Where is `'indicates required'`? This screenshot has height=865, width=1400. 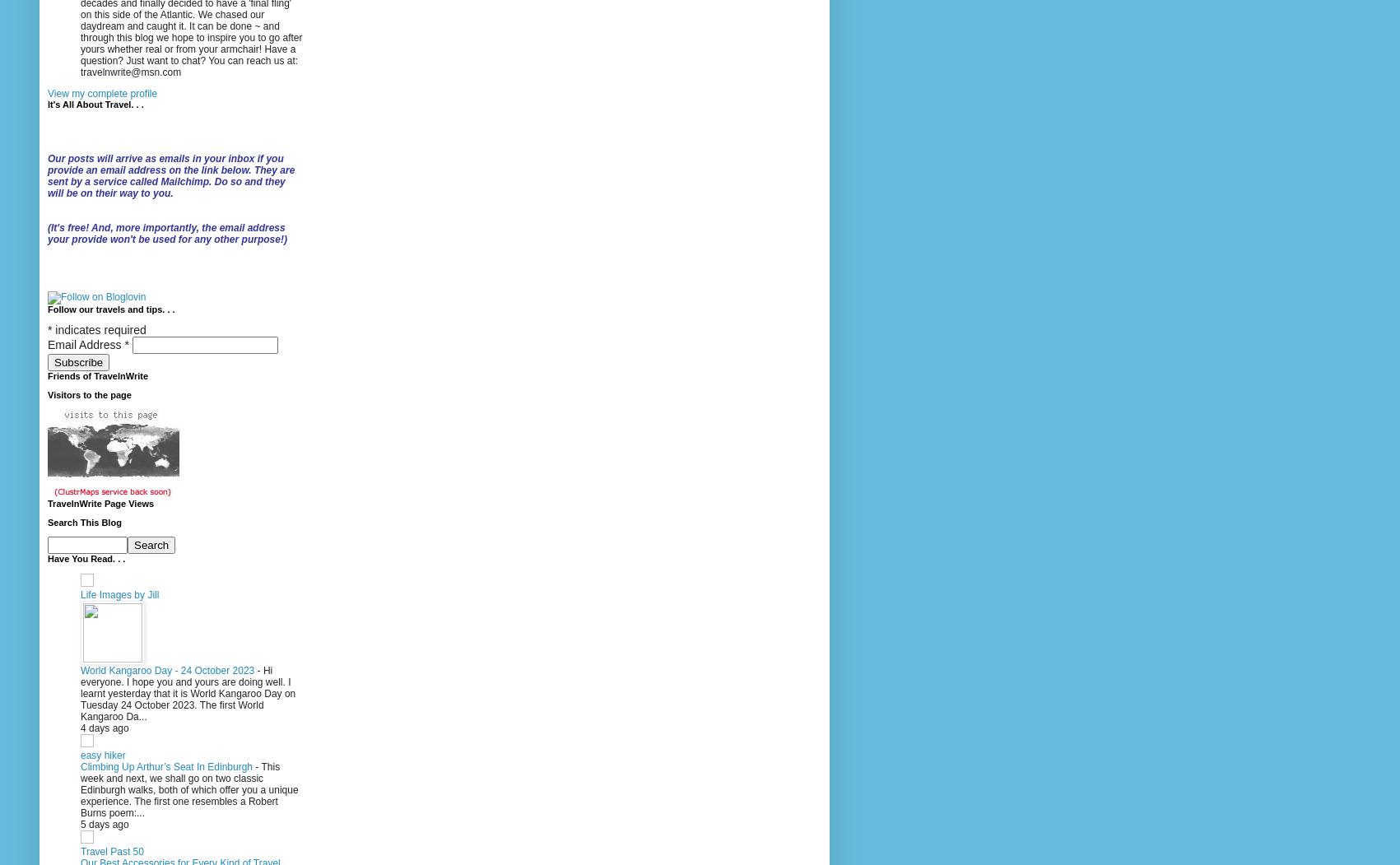
'indicates required' is located at coordinates (98, 328).